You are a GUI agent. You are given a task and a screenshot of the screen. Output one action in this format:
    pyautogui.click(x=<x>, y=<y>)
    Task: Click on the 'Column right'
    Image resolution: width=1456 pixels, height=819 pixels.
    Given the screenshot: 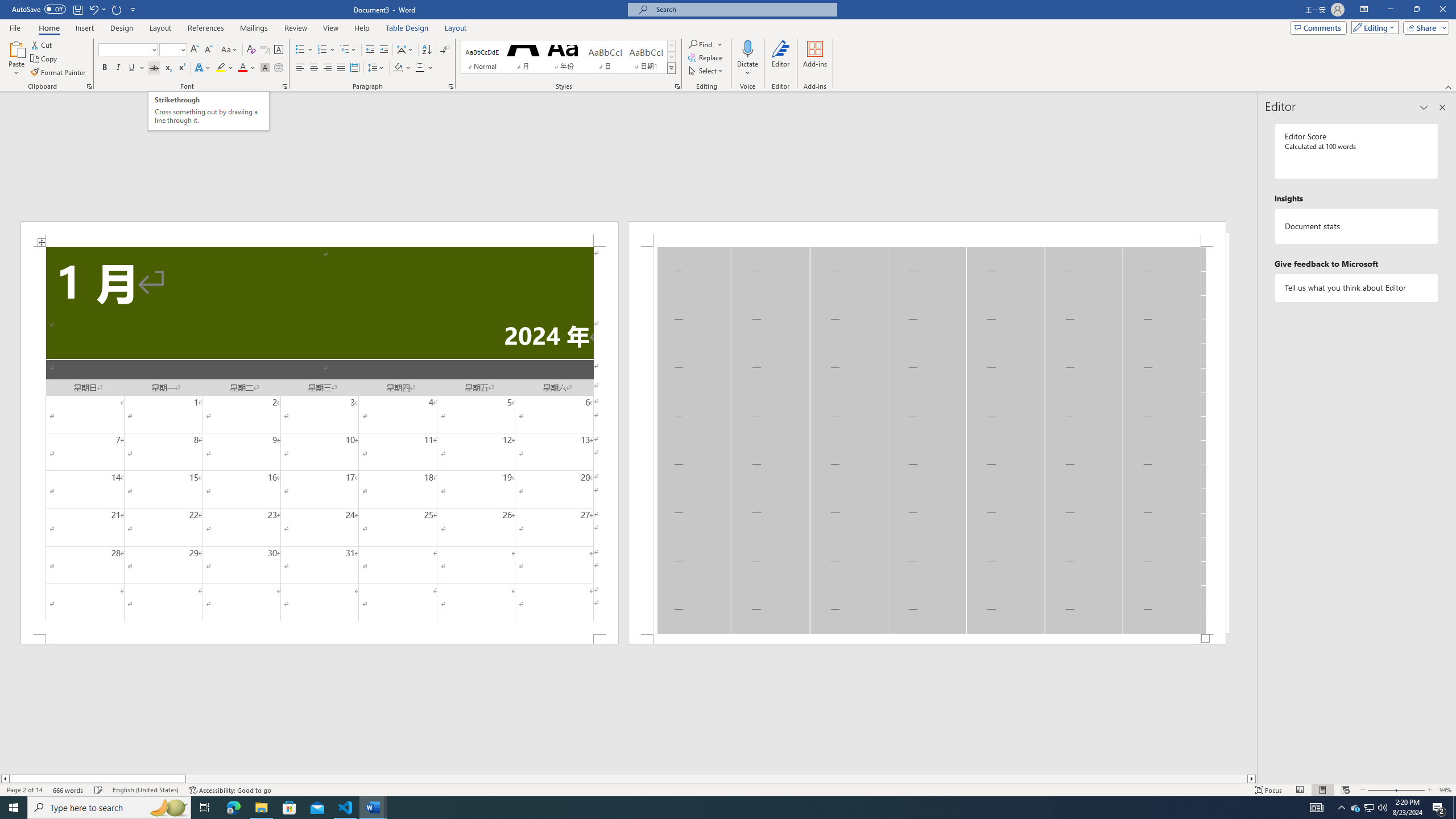 What is the action you would take?
    pyautogui.click(x=1252, y=778)
    